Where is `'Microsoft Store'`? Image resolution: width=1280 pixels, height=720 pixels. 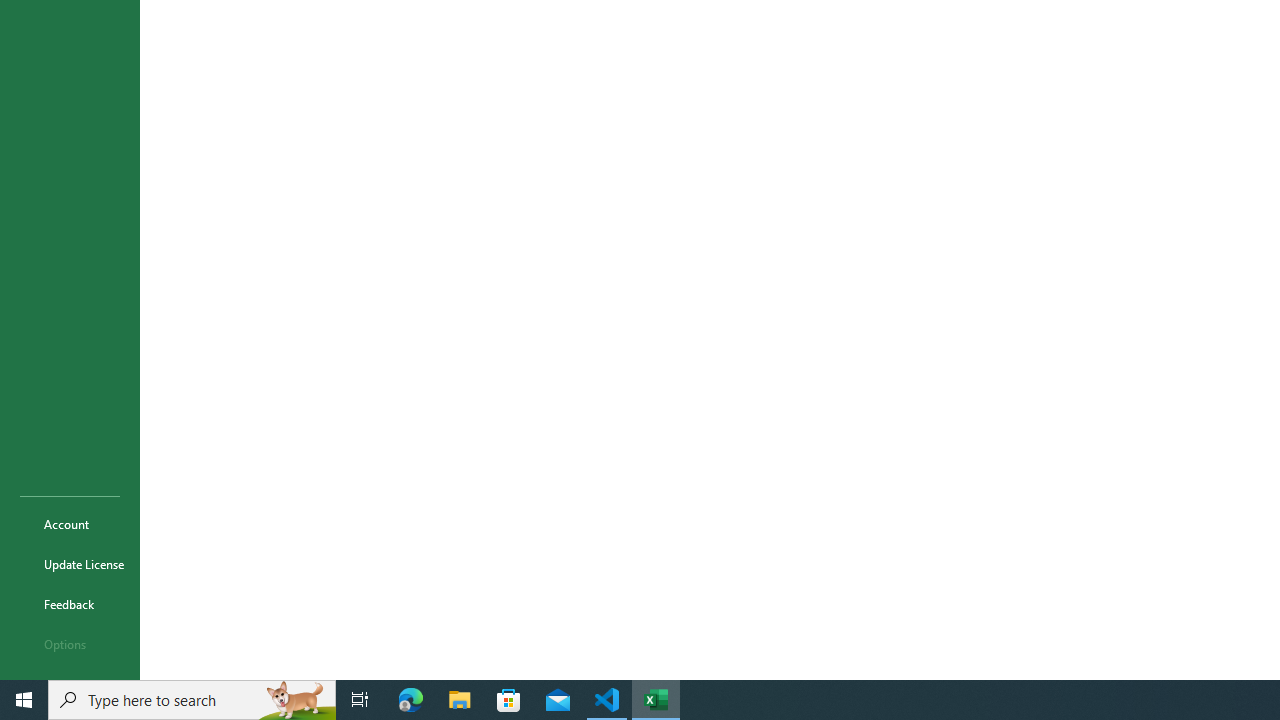
'Microsoft Store' is located at coordinates (509, 698).